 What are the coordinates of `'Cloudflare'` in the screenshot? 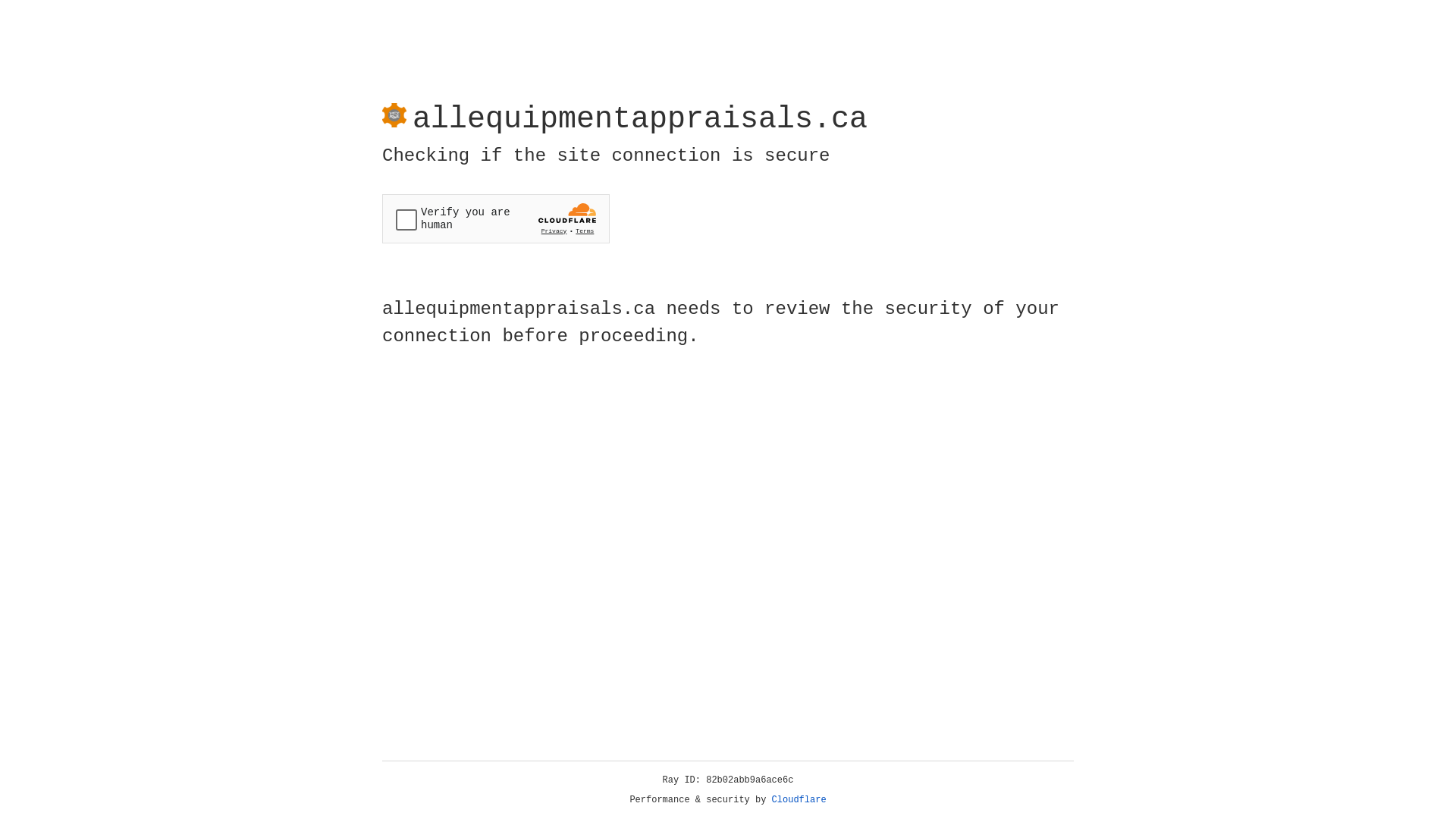 It's located at (799, 799).